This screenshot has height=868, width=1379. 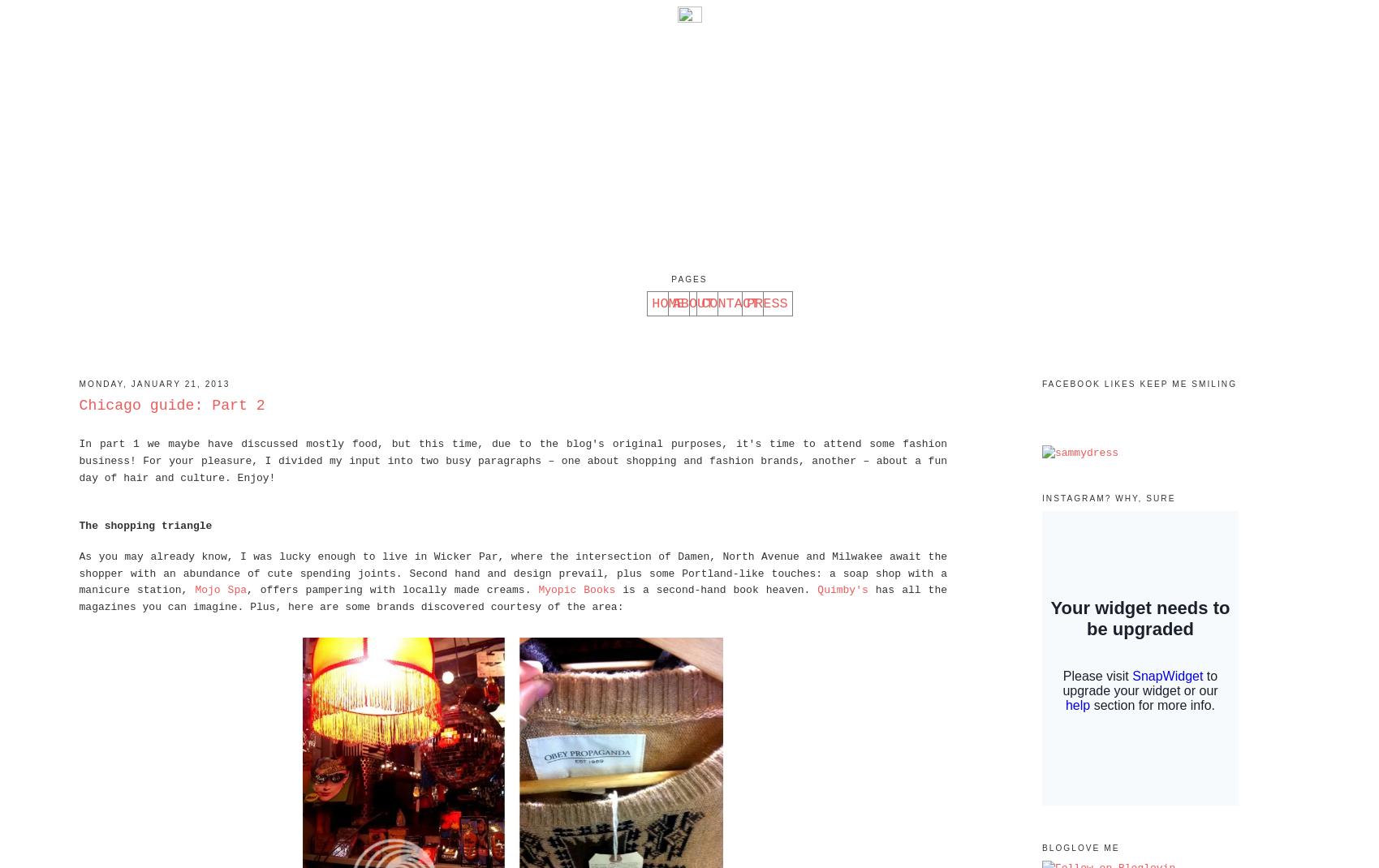 What do you see at coordinates (171, 406) in the screenshot?
I see `'Chicago guide: Part 2'` at bounding box center [171, 406].